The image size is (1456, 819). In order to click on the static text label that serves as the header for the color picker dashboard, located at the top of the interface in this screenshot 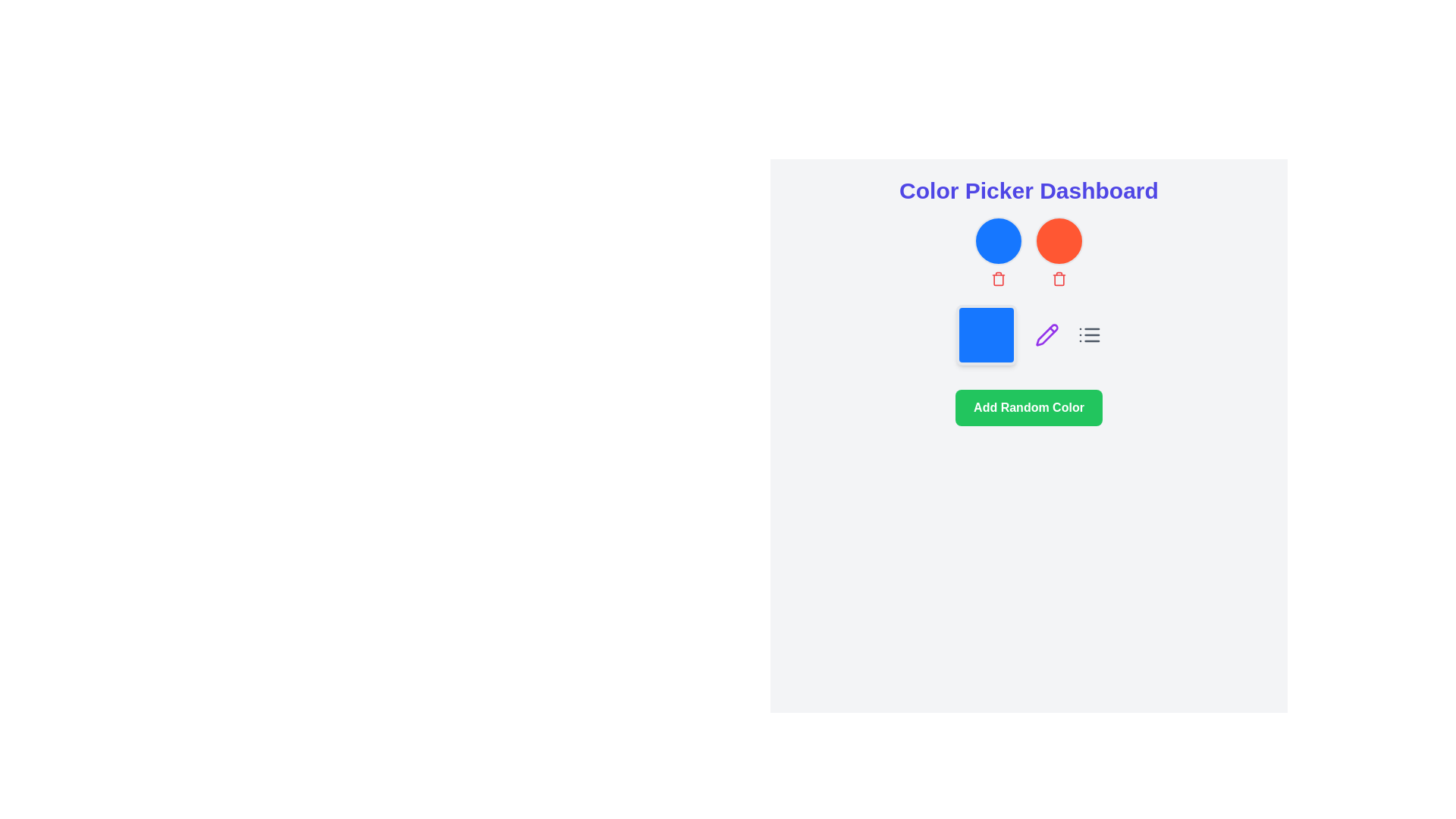, I will do `click(1029, 190)`.